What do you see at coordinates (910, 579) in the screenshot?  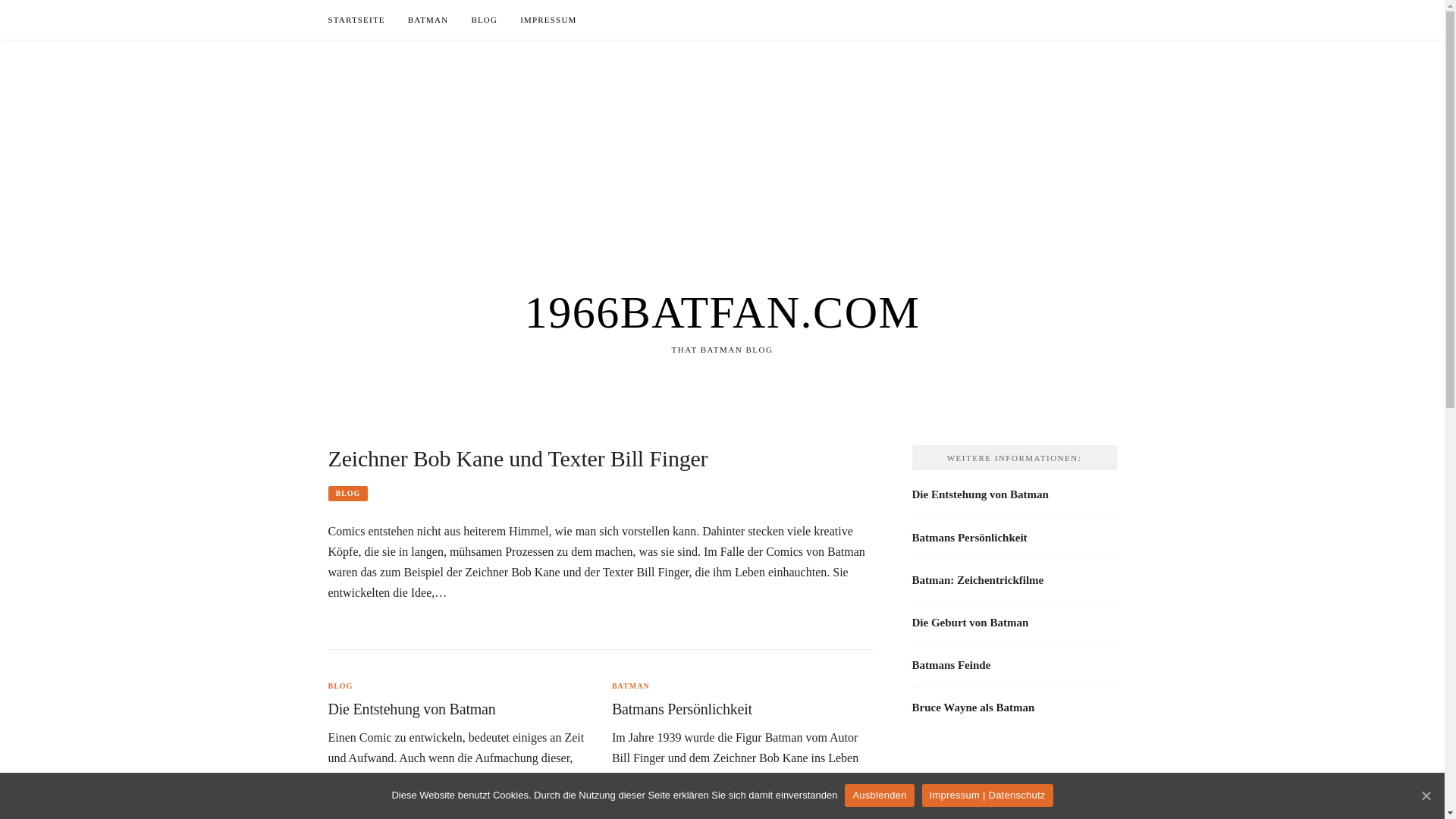 I see `'Batman: Zeichentrickfilme'` at bounding box center [910, 579].